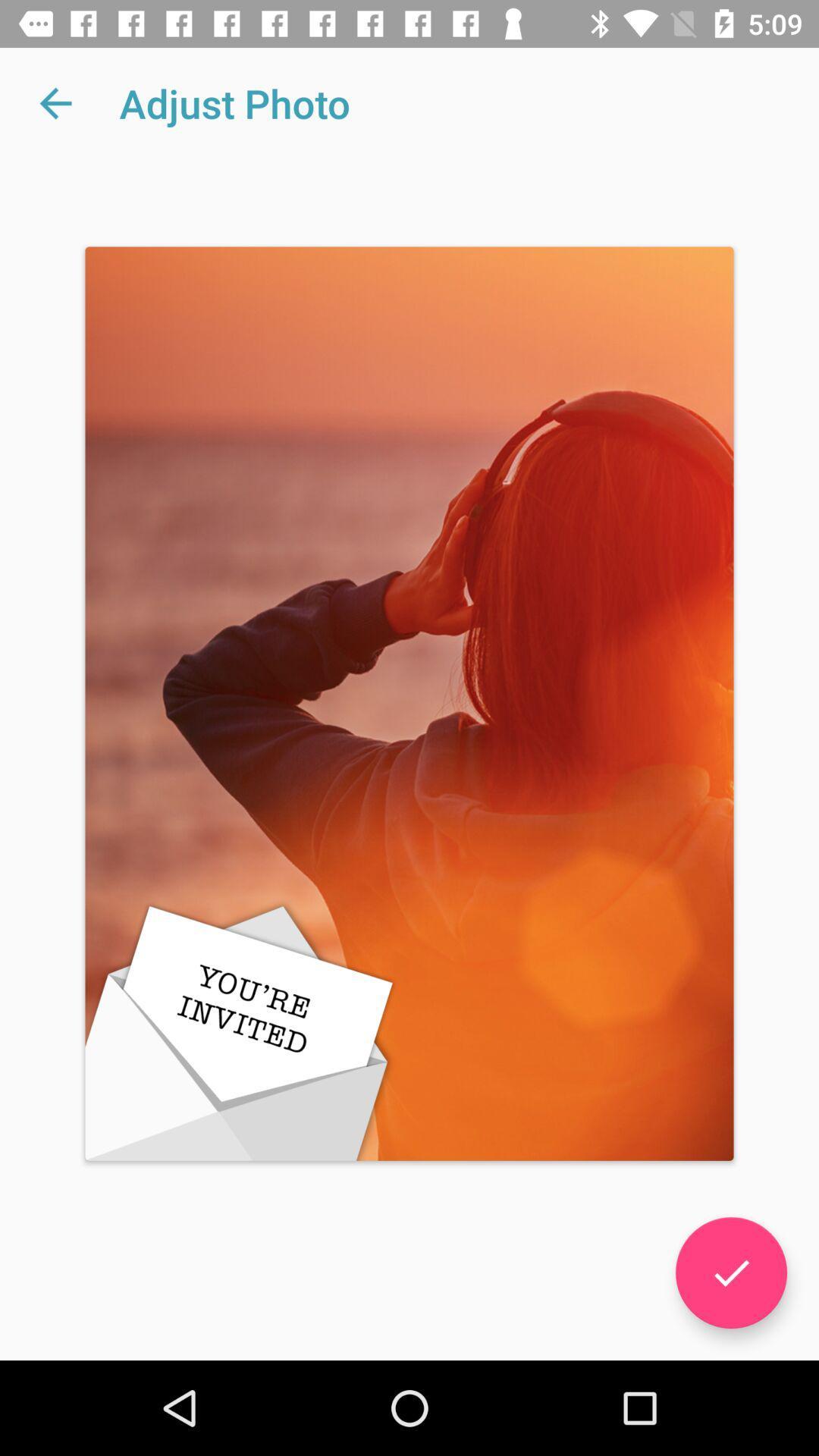  Describe the element at coordinates (55, 102) in the screenshot. I see `item to the left of adjust photo item` at that location.